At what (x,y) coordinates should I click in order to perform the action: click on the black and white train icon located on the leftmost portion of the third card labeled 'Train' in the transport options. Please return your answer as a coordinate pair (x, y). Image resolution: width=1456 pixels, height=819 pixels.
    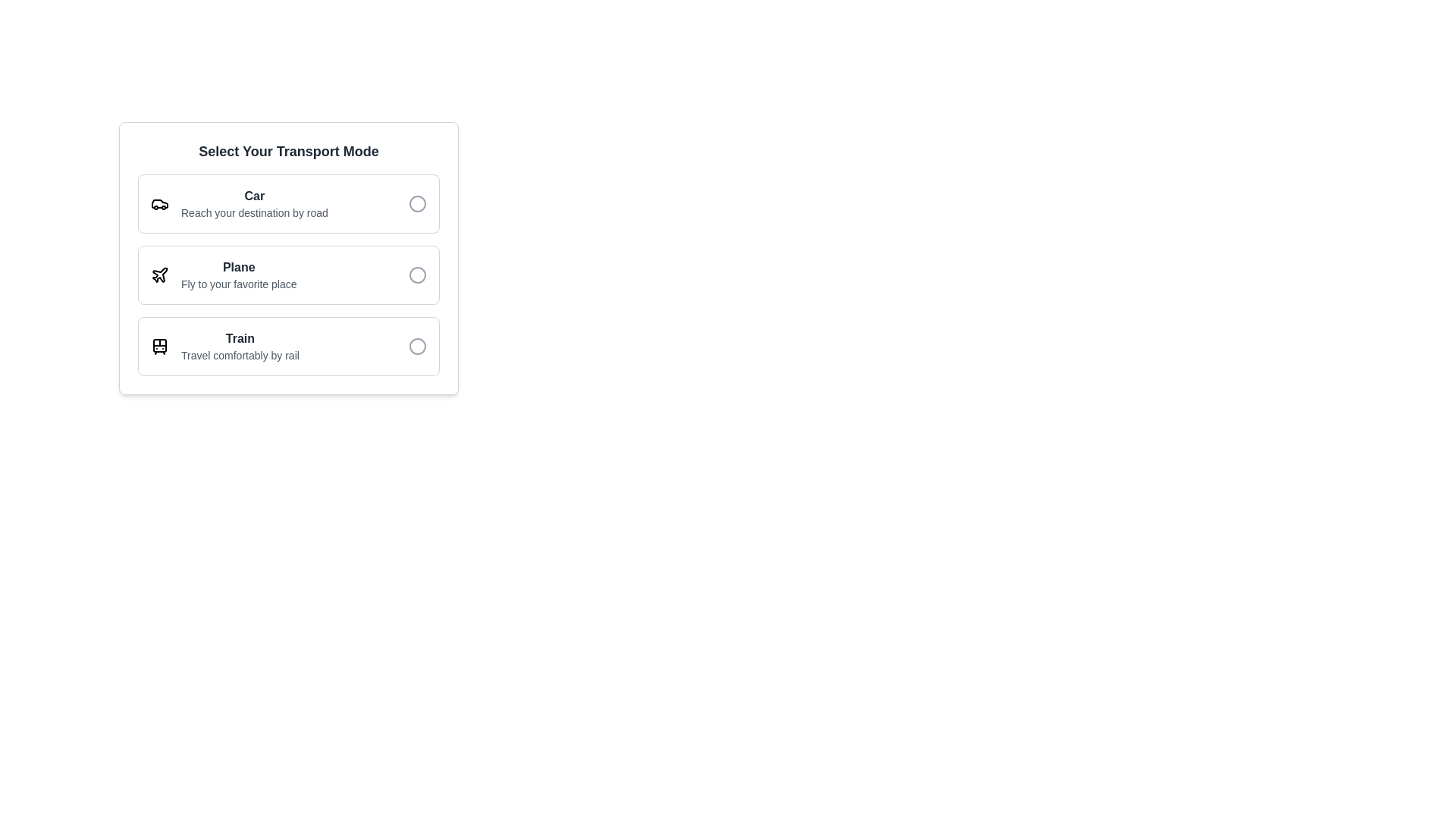
    Looking at the image, I should click on (160, 346).